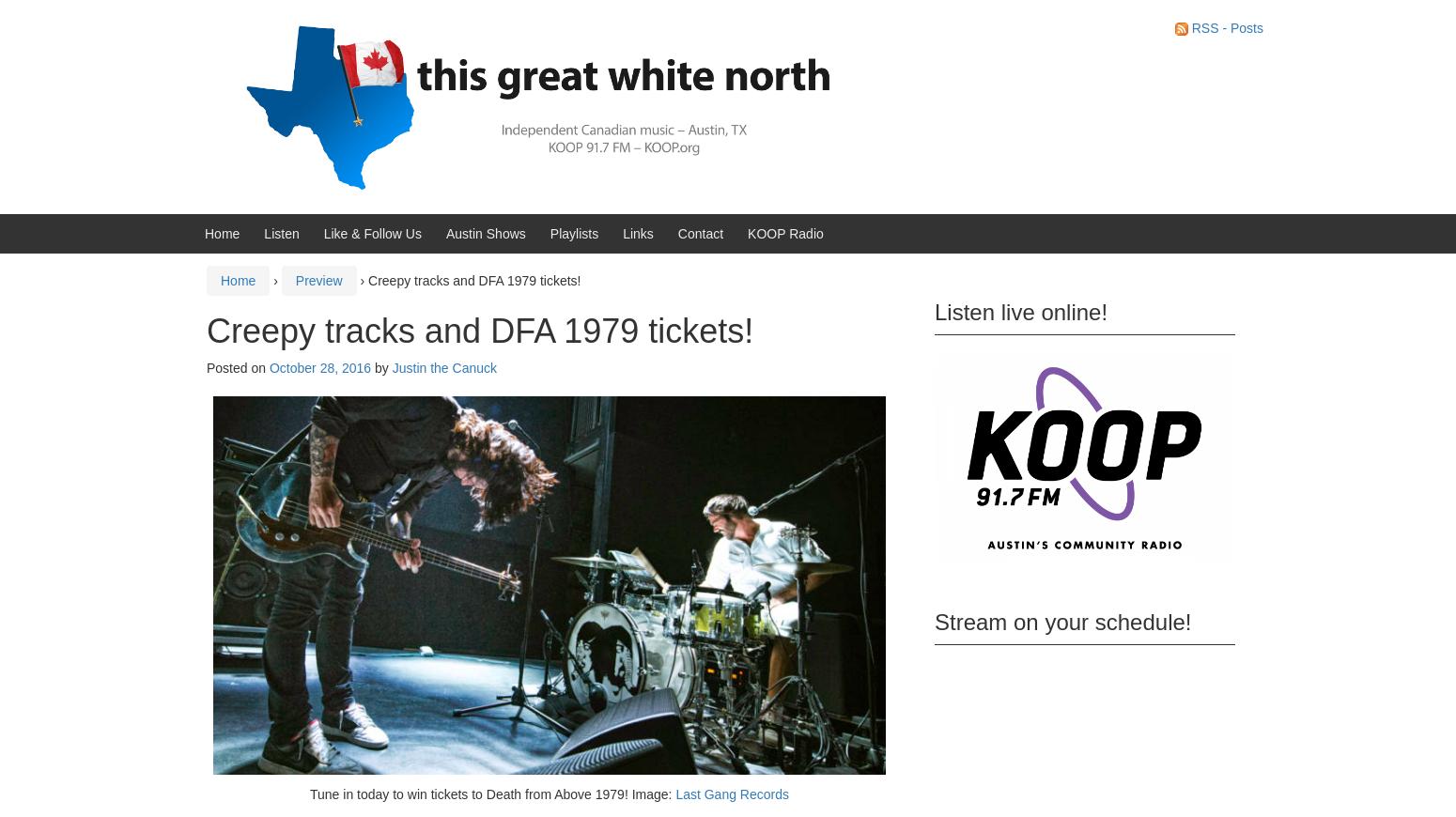  What do you see at coordinates (1020, 311) in the screenshot?
I see `'Listen live online!'` at bounding box center [1020, 311].